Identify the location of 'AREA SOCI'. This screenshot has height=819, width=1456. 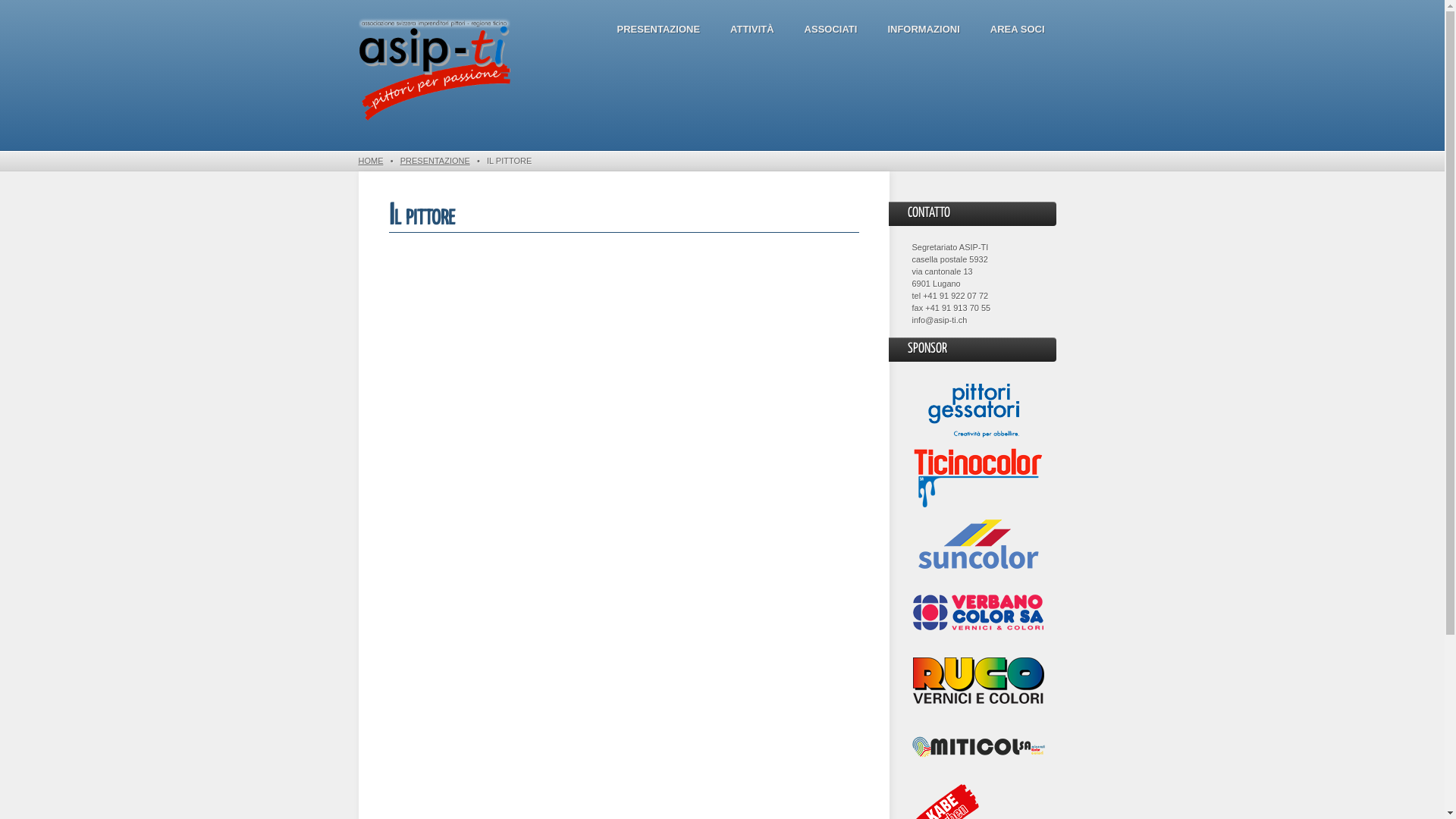
(1018, 29).